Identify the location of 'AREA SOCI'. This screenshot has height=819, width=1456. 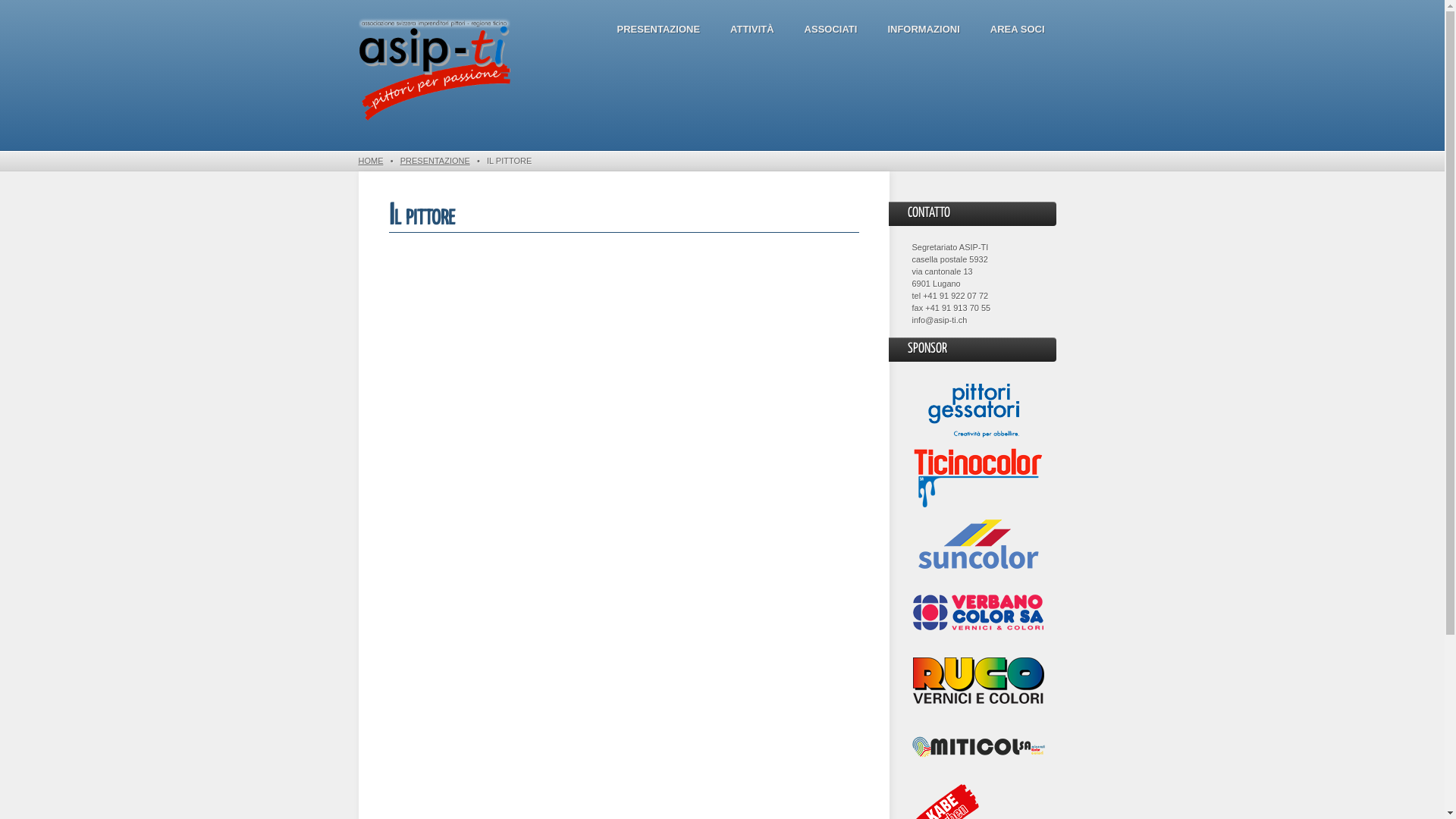
(1018, 29).